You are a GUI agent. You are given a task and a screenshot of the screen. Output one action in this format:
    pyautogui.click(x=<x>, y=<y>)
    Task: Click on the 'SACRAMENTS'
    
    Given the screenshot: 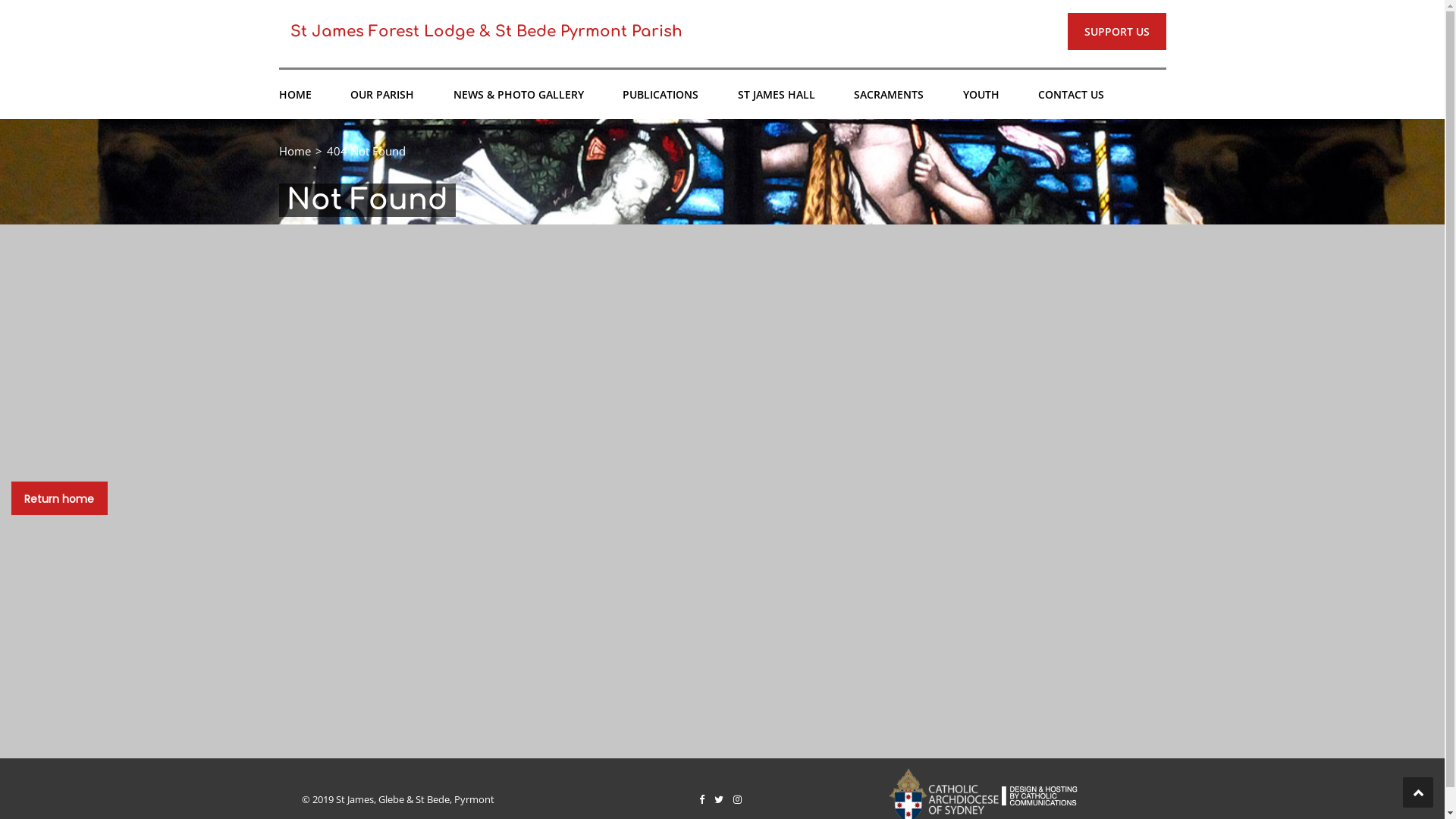 What is the action you would take?
    pyautogui.click(x=888, y=94)
    